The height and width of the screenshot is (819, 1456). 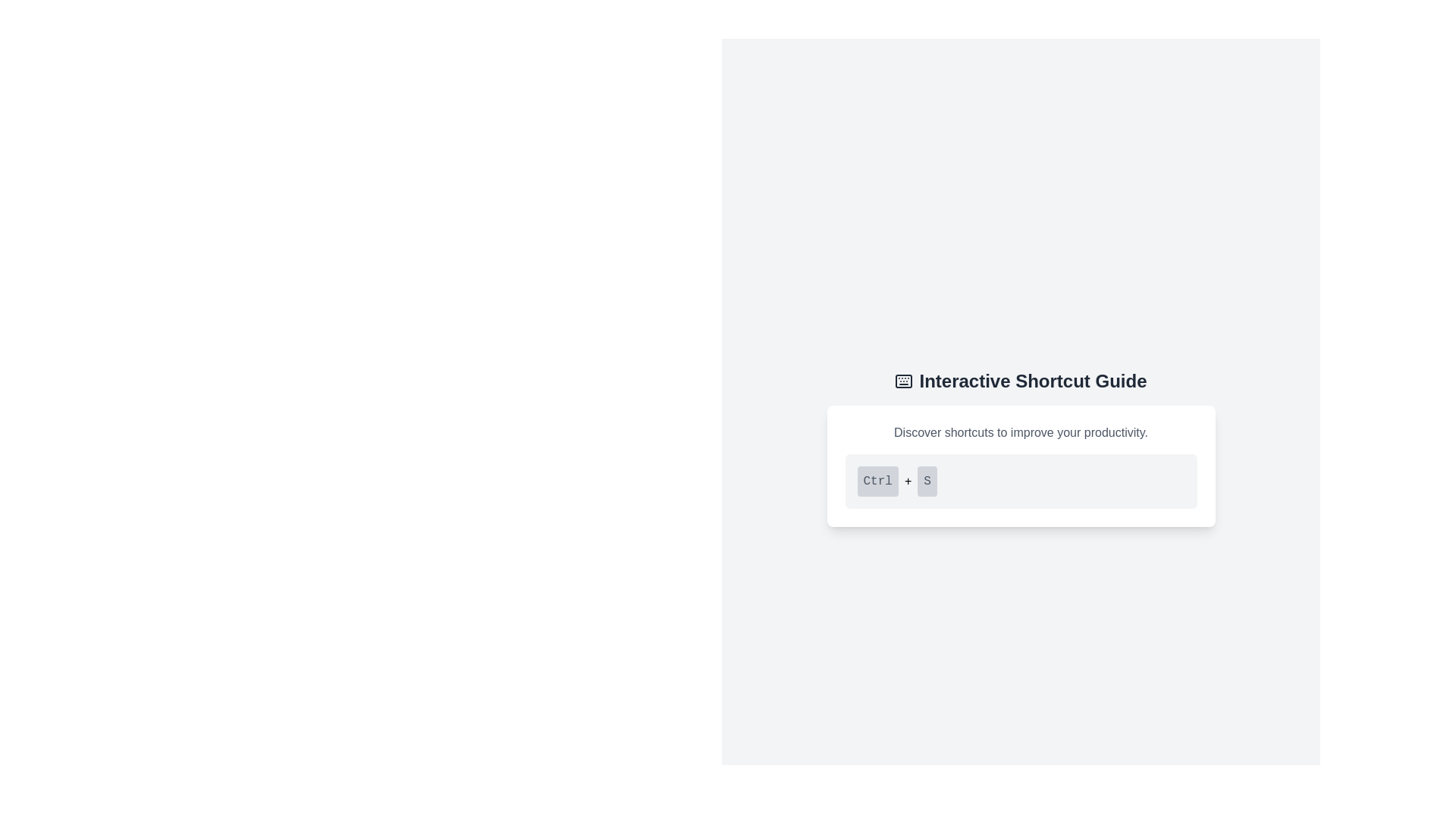 I want to click on the text label styled as a button displaying 'Ctrl', which is located to the left of the text 'S' and has a light gray background with rounded corners, so click(x=877, y=482).